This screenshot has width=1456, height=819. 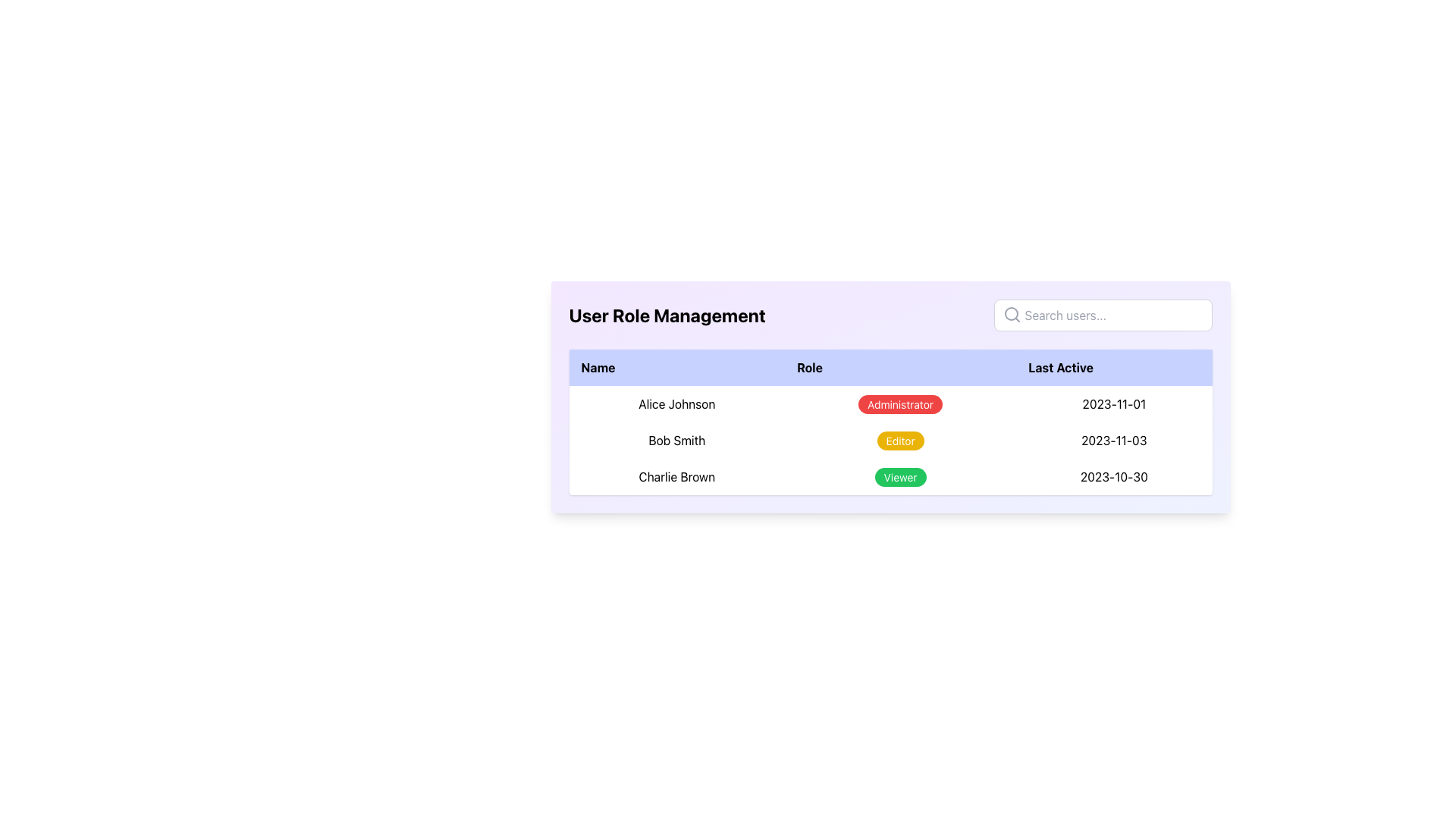 What do you see at coordinates (900, 476) in the screenshot?
I see `the static label indicating the user role of 'Charlie Brown' in the 'User Role Management' table, located in the last position of the 'Role' column` at bounding box center [900, 476].